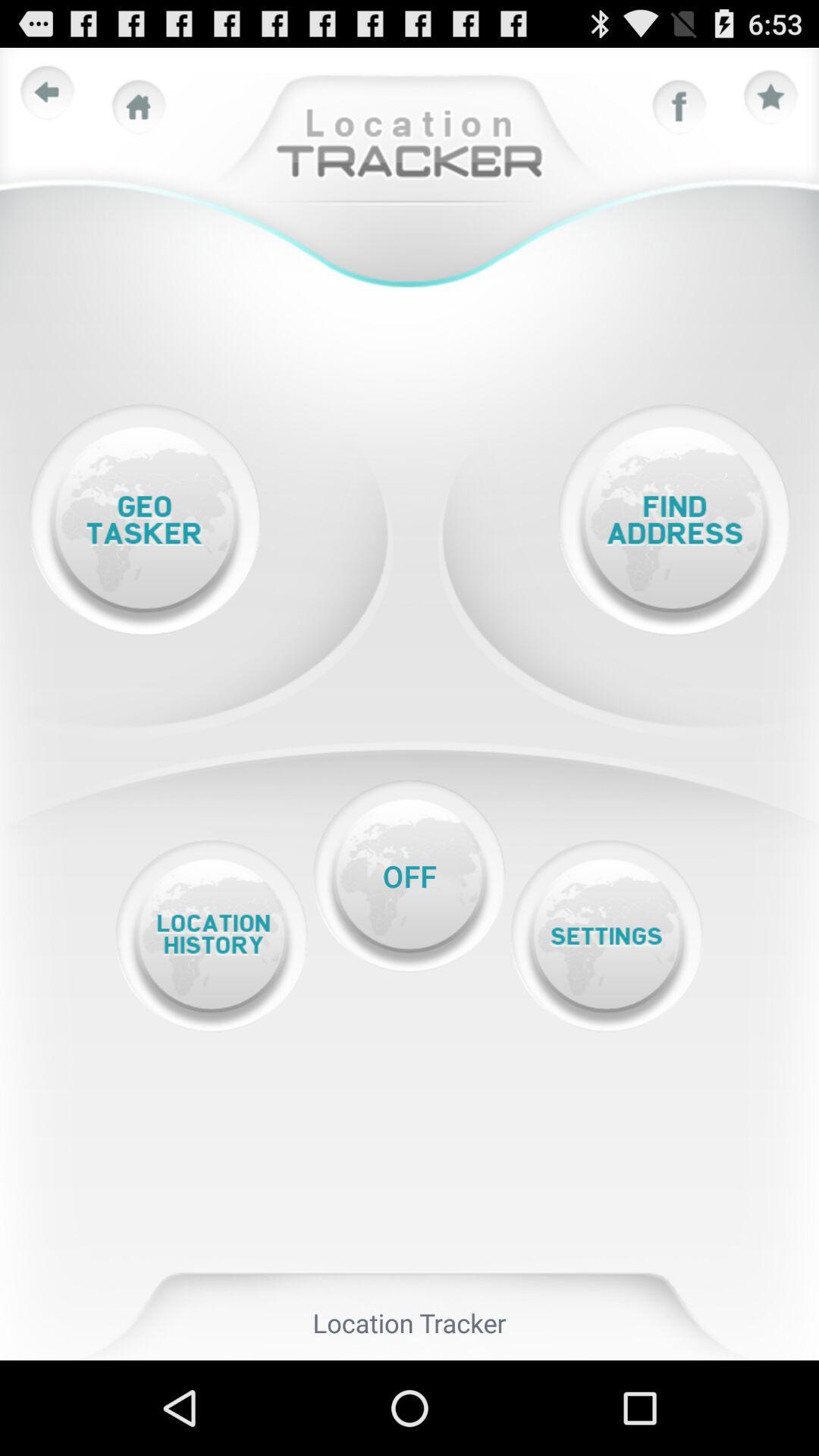  Describe the element at coordinates (771, 104) in the screenshot. I see `the star icon` at that location.